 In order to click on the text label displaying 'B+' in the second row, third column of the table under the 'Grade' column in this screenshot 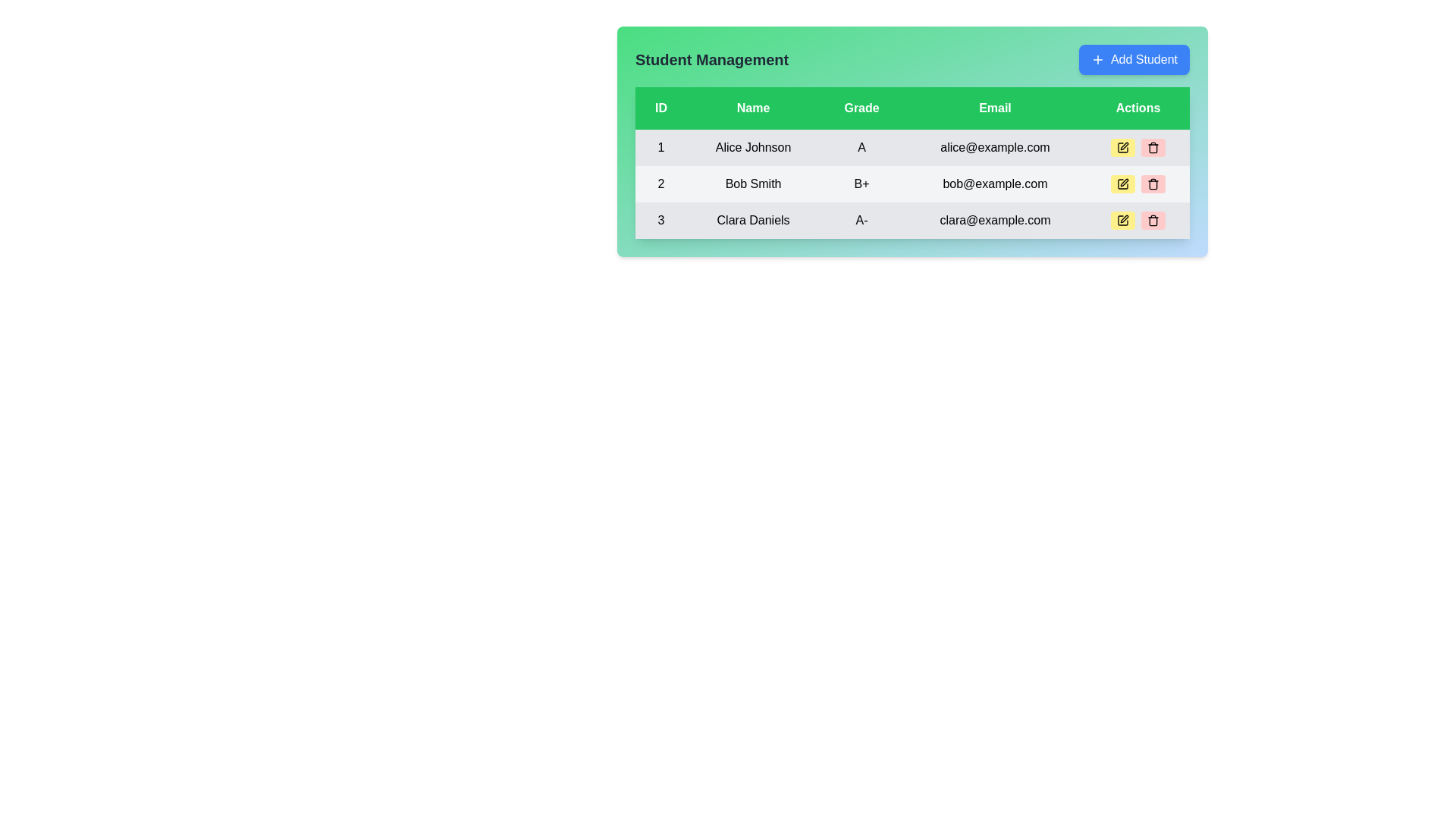, I will do `click(861, 184)`.